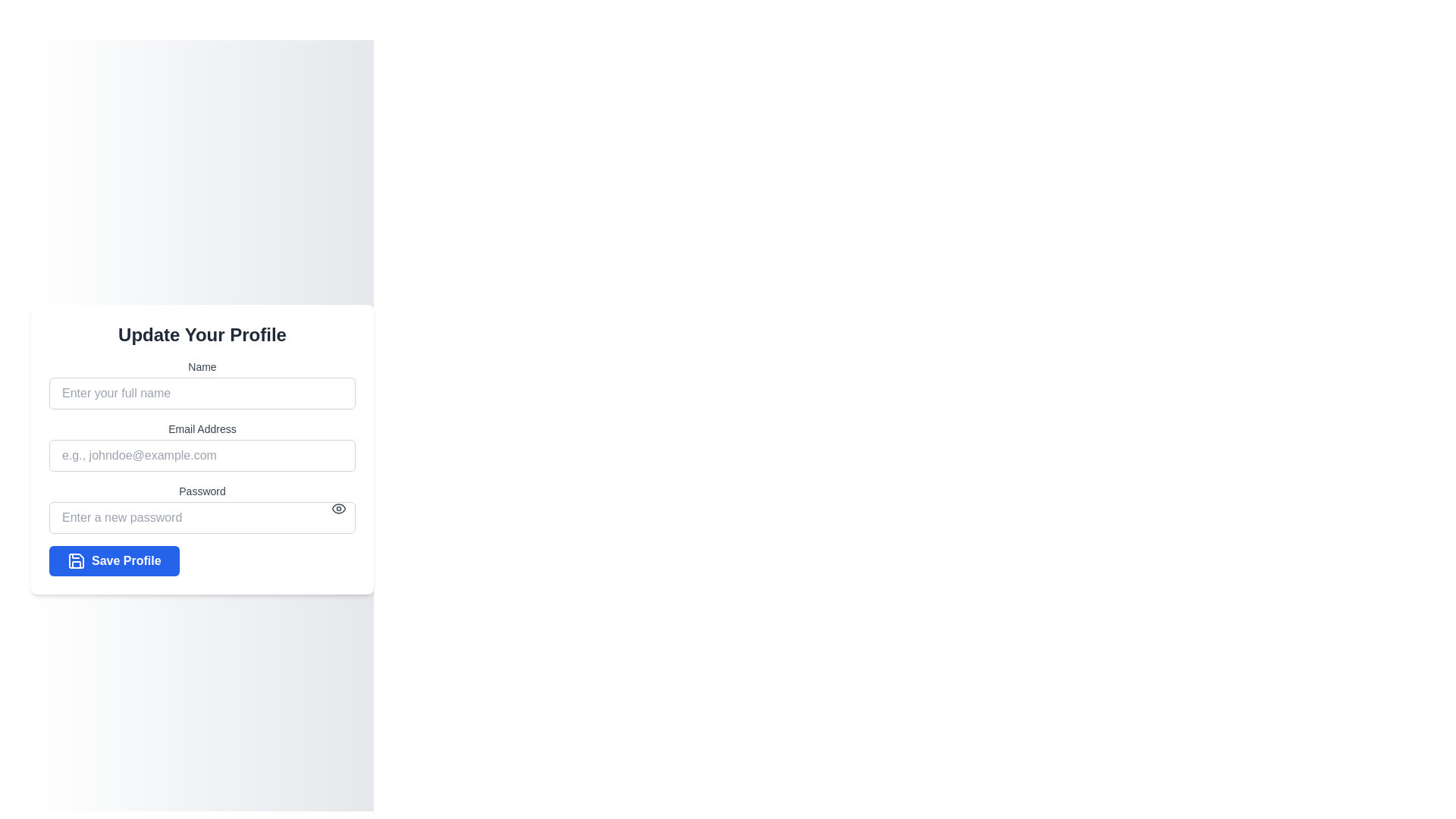 This screenshot has width=1456, height=819. What do you see at coordinates (202, 491) in the screenshot?
I see `the password label text element located above the password input field` at bounding box center [202, 491].